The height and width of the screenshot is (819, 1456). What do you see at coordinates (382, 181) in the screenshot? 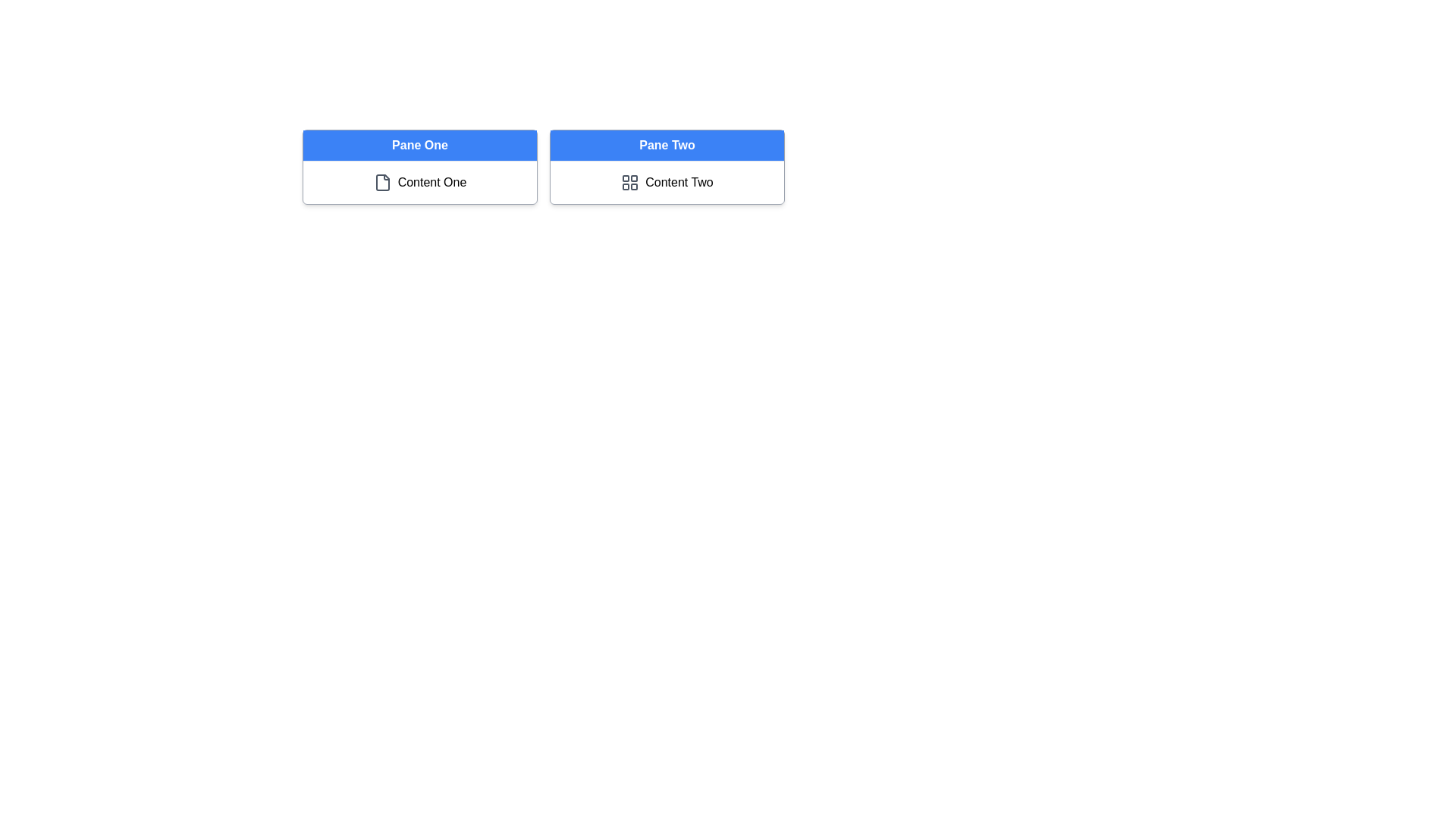
I see `the file icon located in the top-left corner of 'Pane One,' which is visually represented by a gray outlined file icon next to the text label 'Content One.'` at bounding box center [382, 181].